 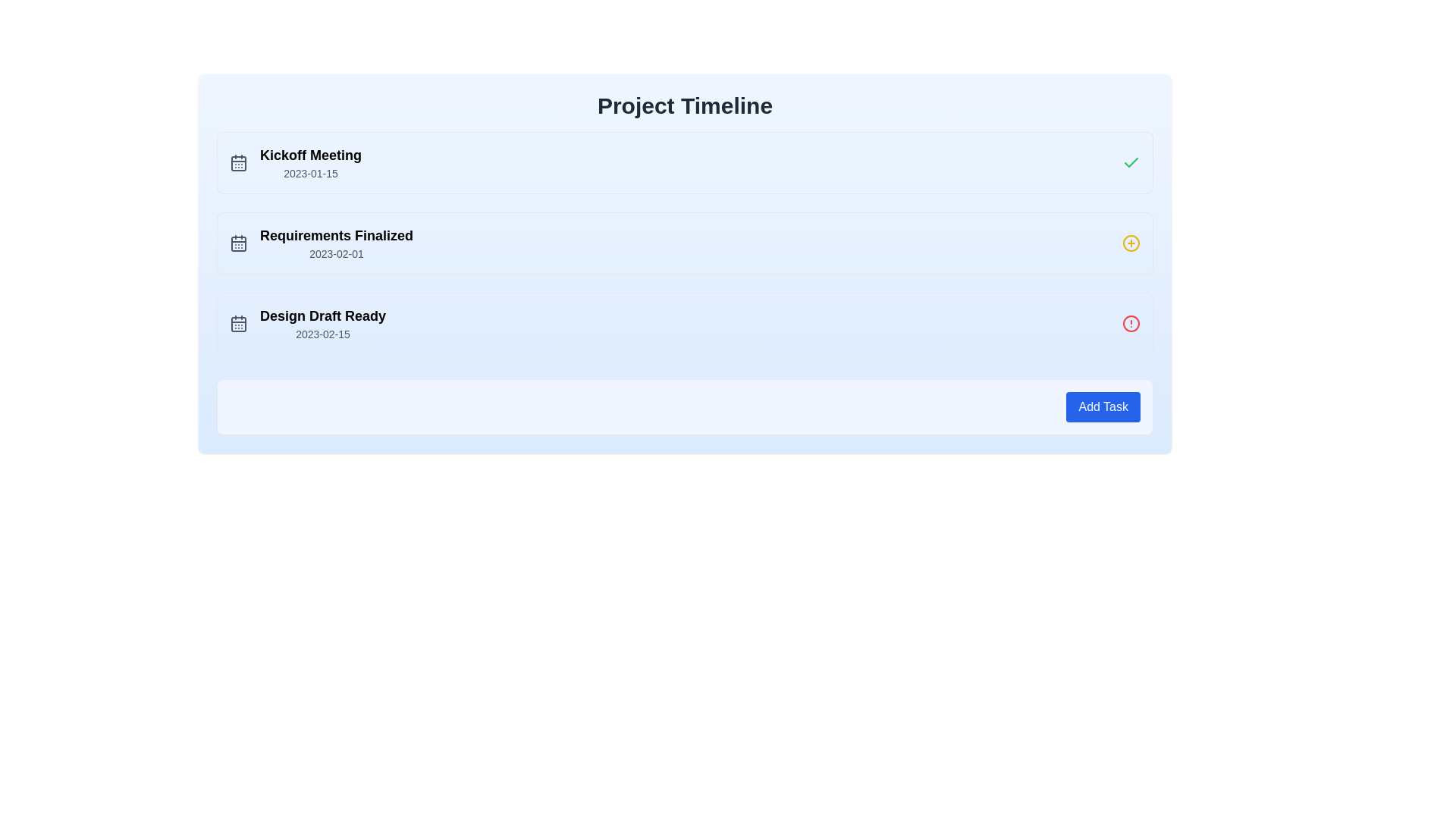 I want to click on the graphical highlight within the calendar icon next to the 'Kickoff Meeting' line item to indicate importance or selection, so click(x=238, y=164).